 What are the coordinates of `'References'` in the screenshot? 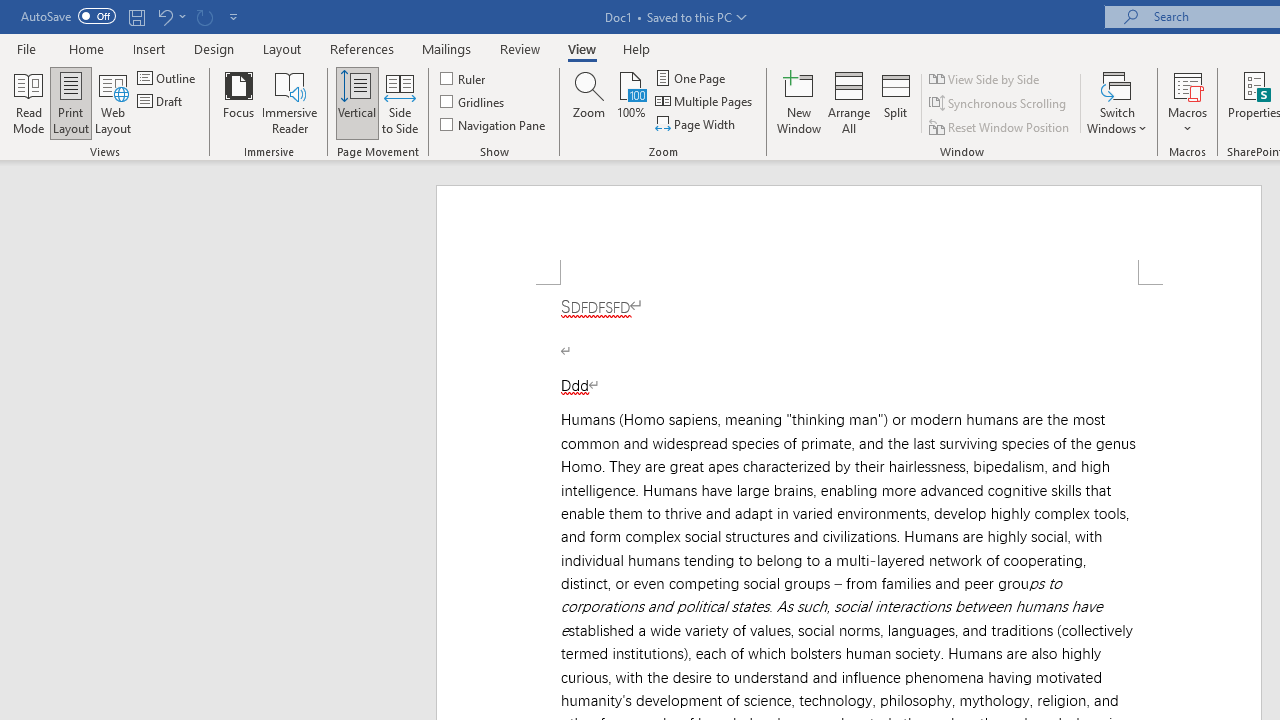 It's located at (362, 48).